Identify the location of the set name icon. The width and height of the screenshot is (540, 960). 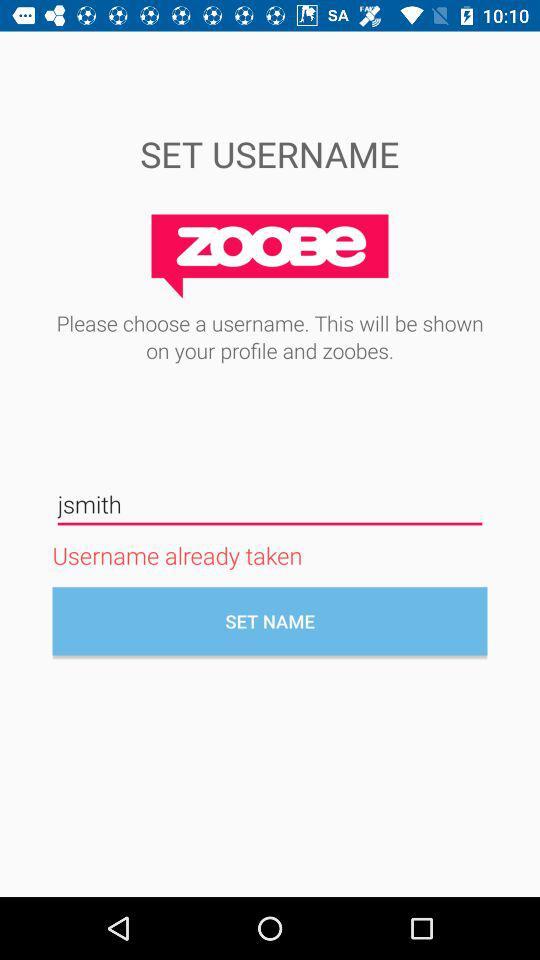
(270, 620).